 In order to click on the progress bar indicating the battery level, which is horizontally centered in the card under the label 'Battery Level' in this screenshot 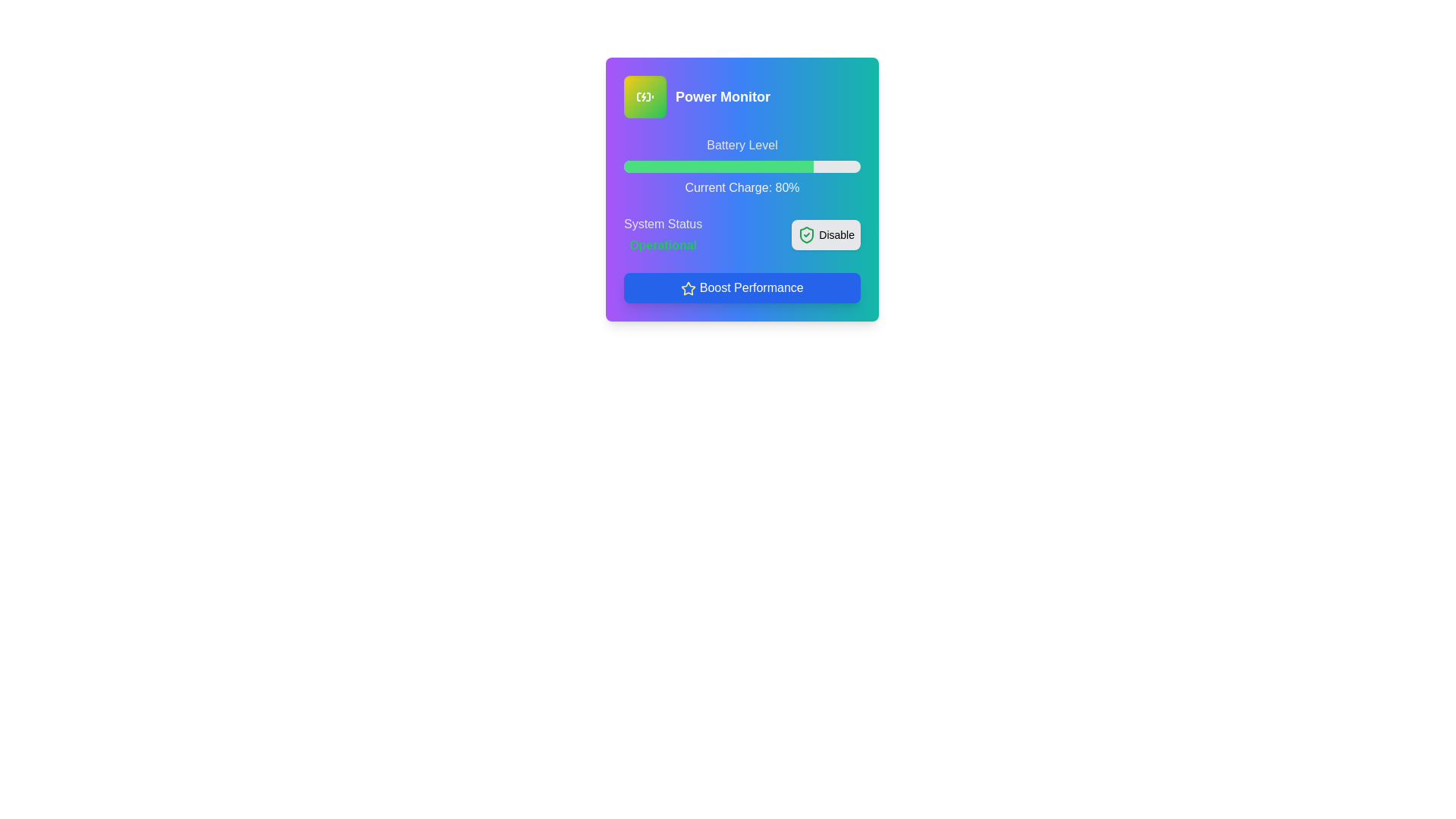, I will do `click(742, 166)`.